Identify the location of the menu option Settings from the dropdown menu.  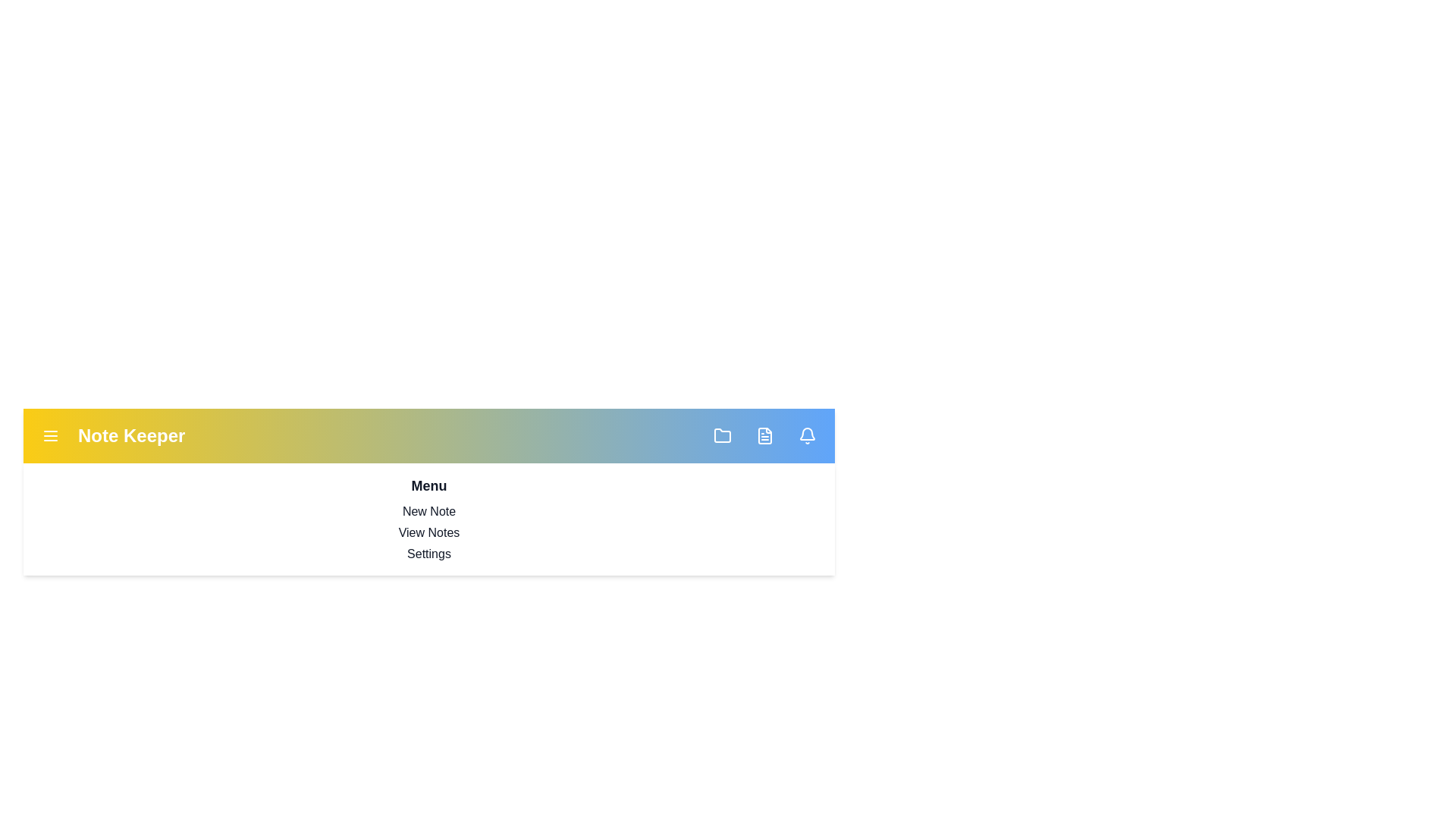
(428, 554).